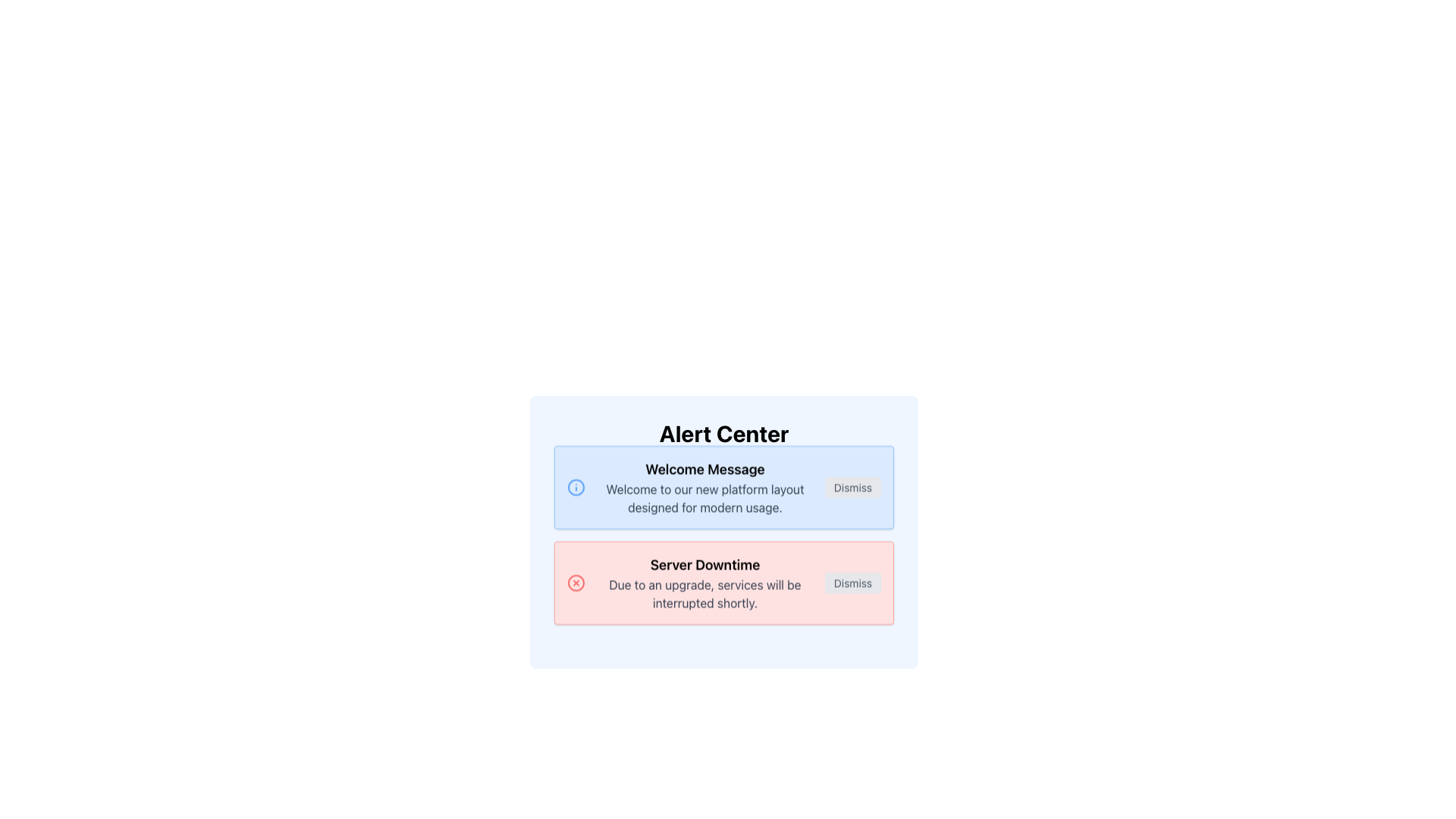 Image resolution: width=1456 pixels, height=819 pixels. What do you see at coordinates (704, 578) in the screenshot?
I see `the bold title text 'Server Downtime' located at the top of the red alert box` at bounding box center [704, 578].